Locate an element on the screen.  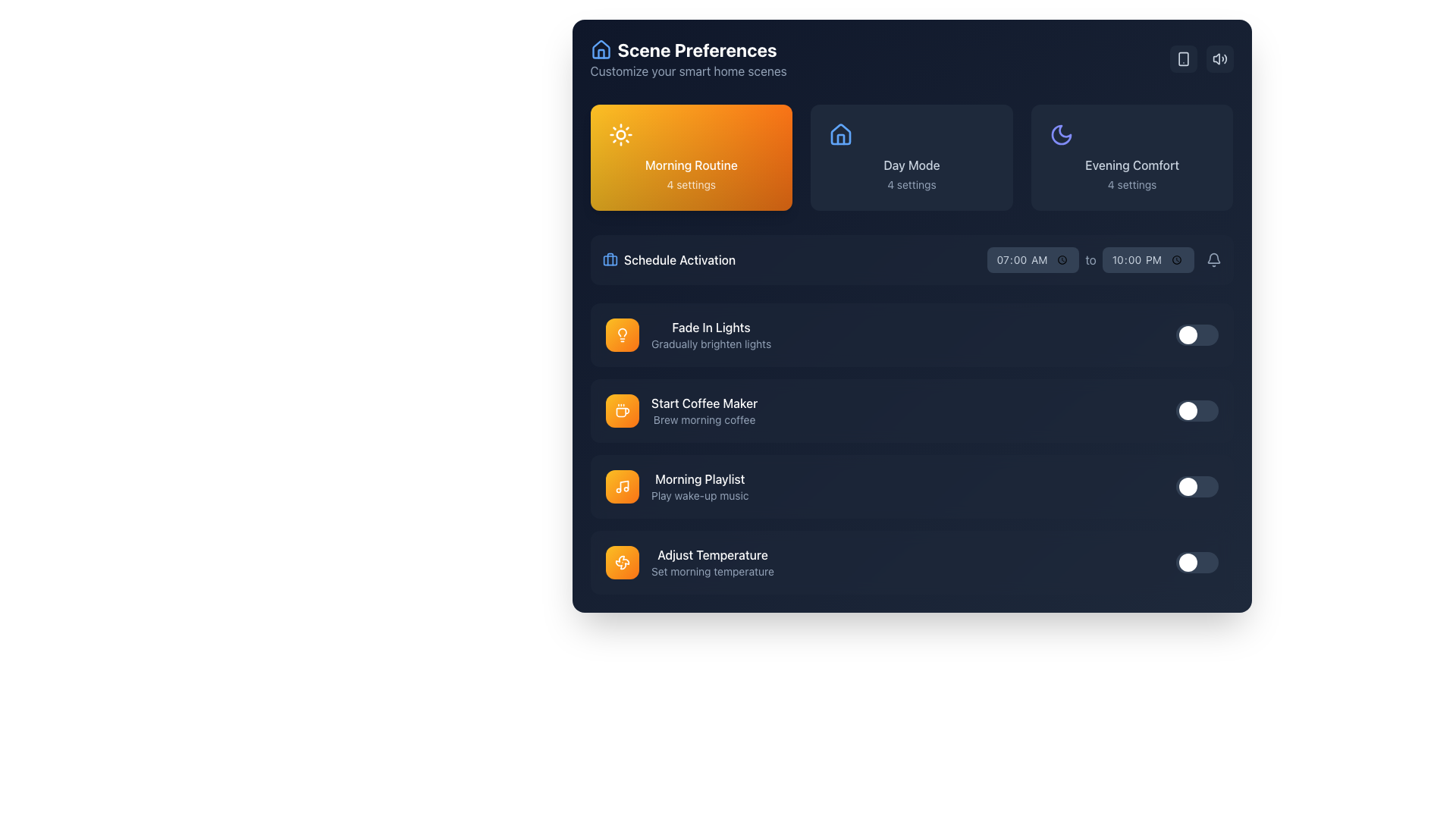
the text label stating '4 settings' that is styled in light gray color and positioned under the 'Day Mode' section title is located at coordinates (911, 184).